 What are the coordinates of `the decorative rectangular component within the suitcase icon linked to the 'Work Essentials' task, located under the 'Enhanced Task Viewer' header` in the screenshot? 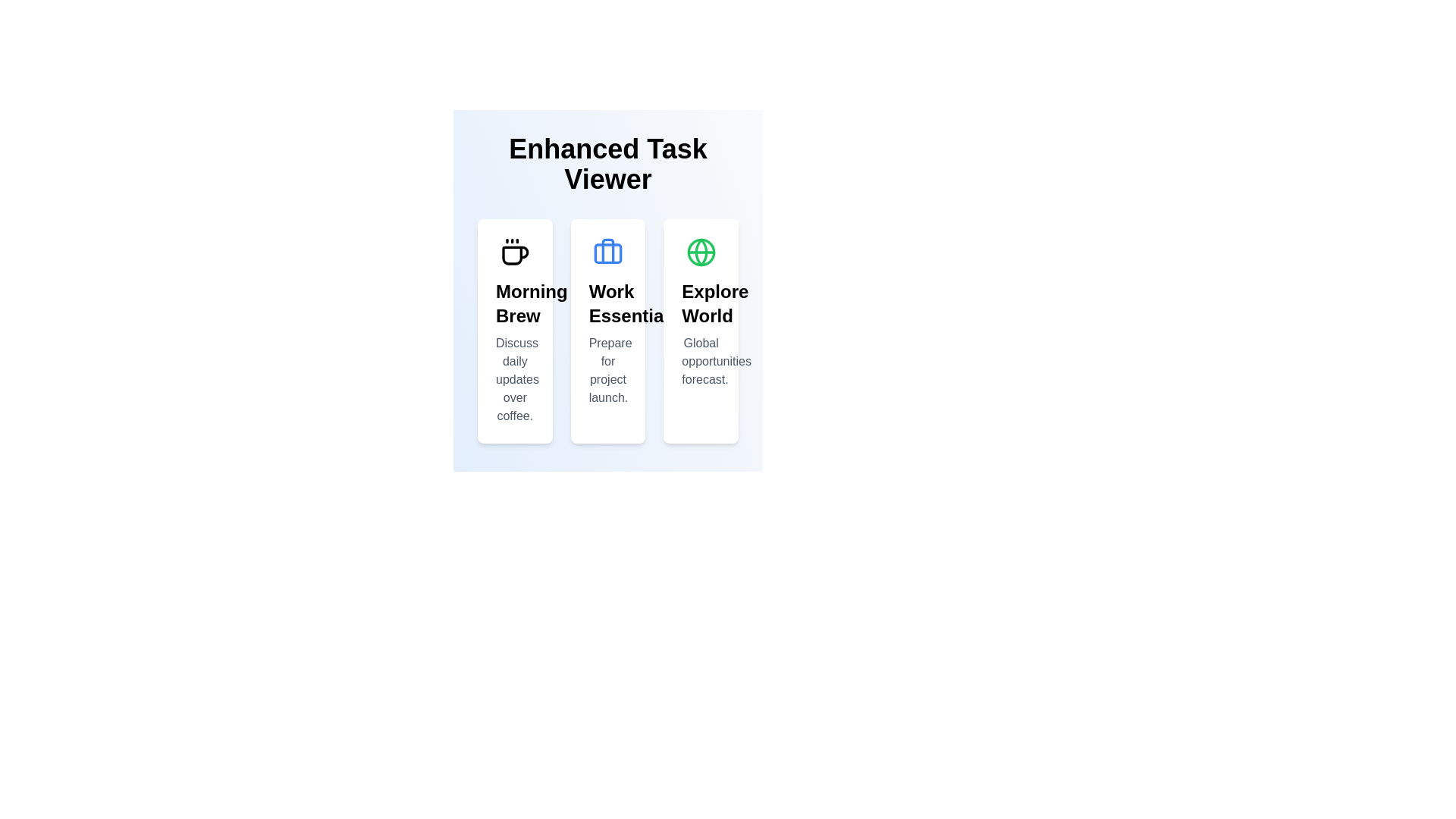 It's located at (607, 253).